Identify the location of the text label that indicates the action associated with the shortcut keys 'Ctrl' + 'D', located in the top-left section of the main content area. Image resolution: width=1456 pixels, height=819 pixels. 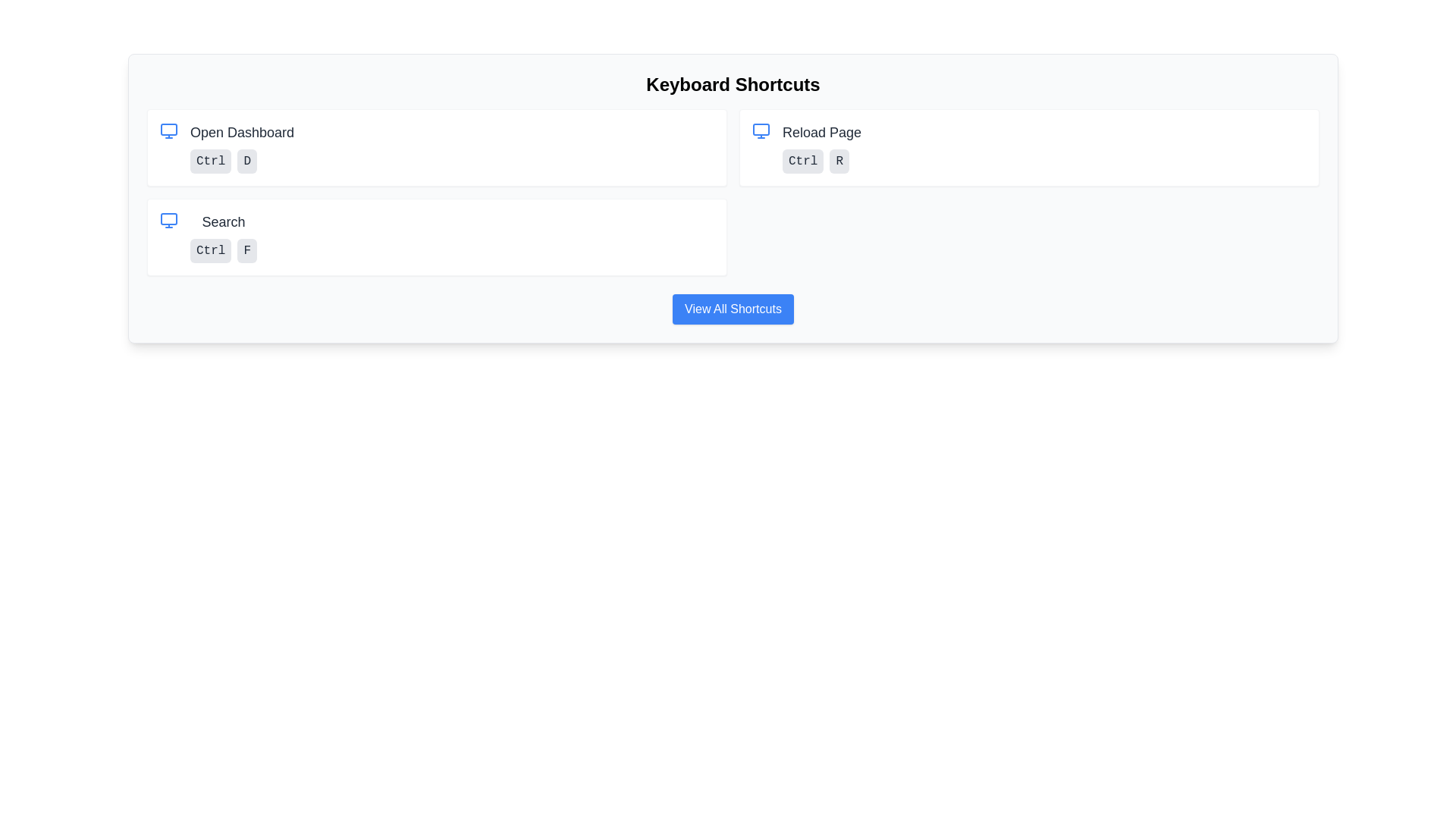
(241, 131).